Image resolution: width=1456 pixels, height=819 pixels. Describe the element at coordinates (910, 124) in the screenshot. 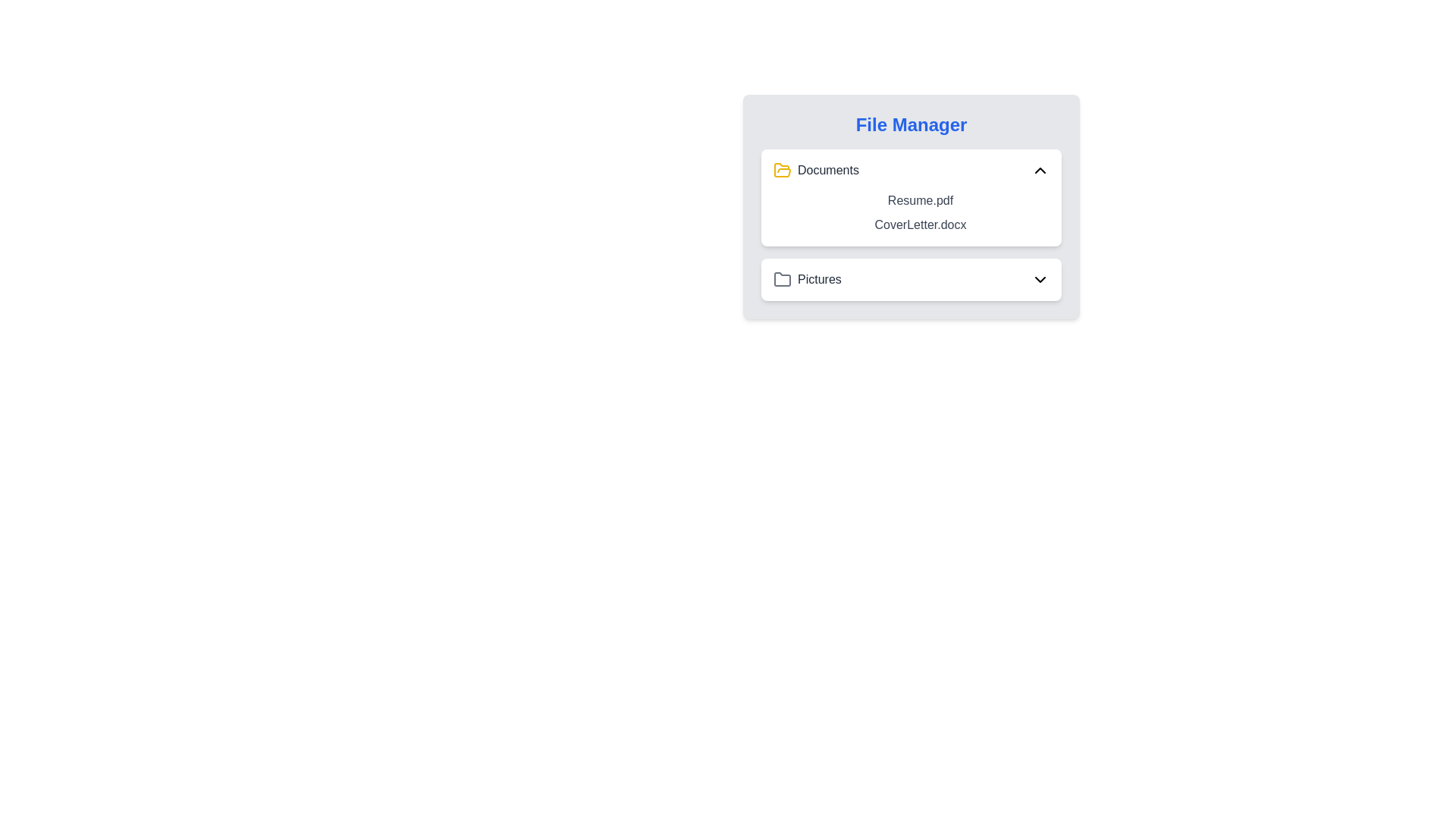

I see `the 'File Manager' text label, which is displayed in bold blue font at the top of the file management interface` at that location.